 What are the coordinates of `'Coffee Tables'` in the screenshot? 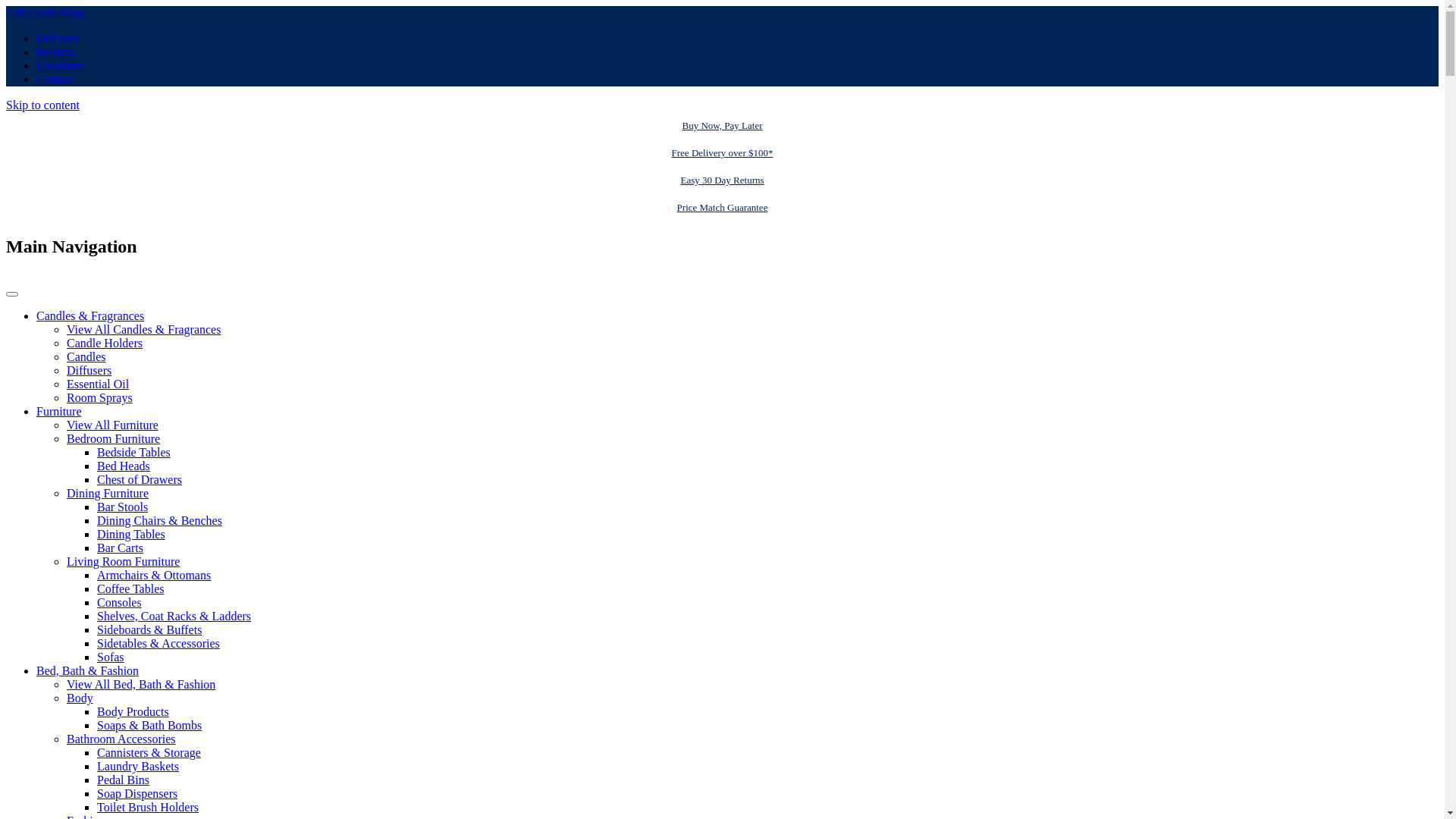 It's located at (130, 588).